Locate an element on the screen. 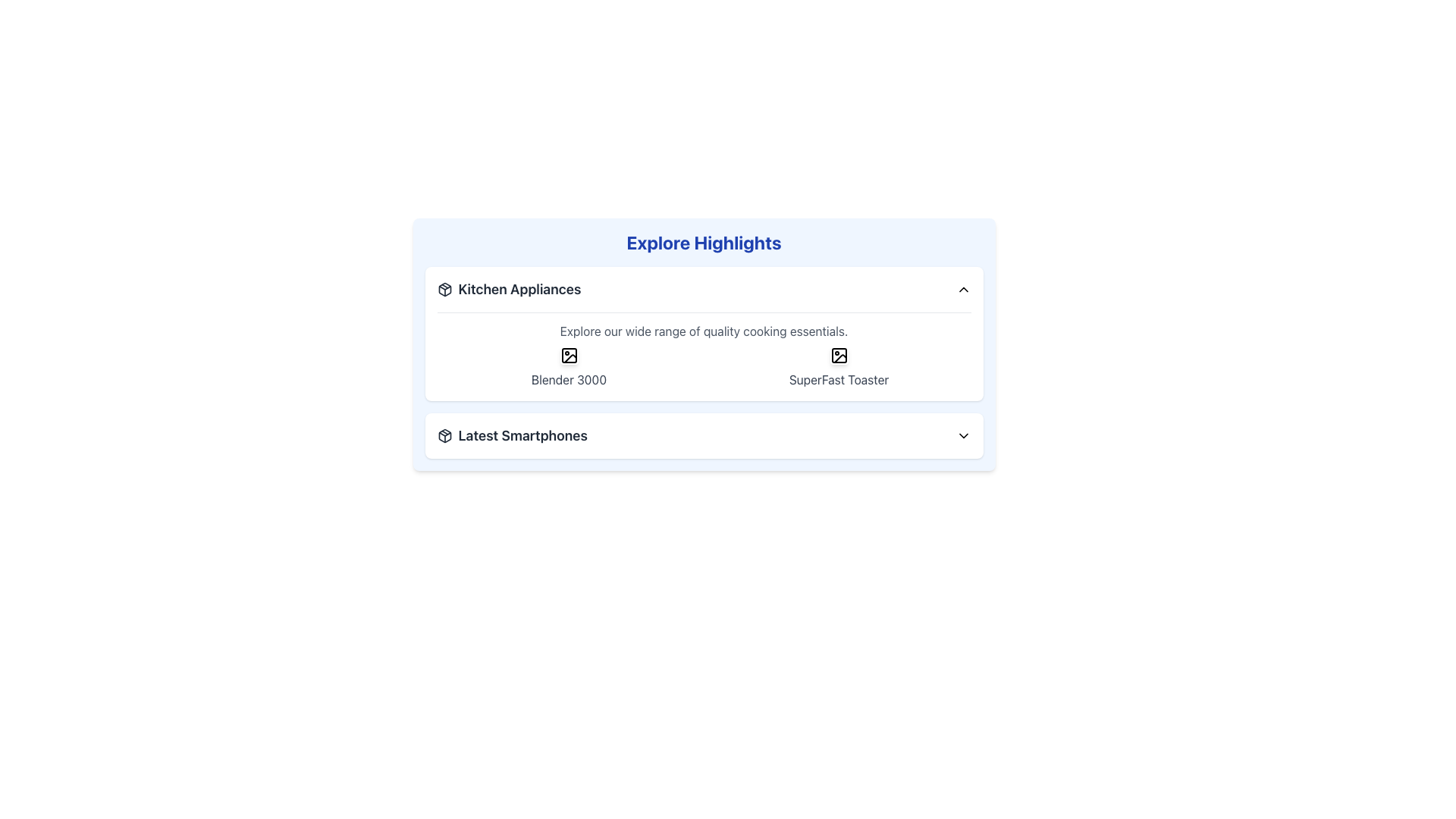 This screenshot has height=819, width=1456. text from the informational snippet or subtitle located at the top of the kitchen appliances content card, centered horizontally is located at coordinates (703, 330).